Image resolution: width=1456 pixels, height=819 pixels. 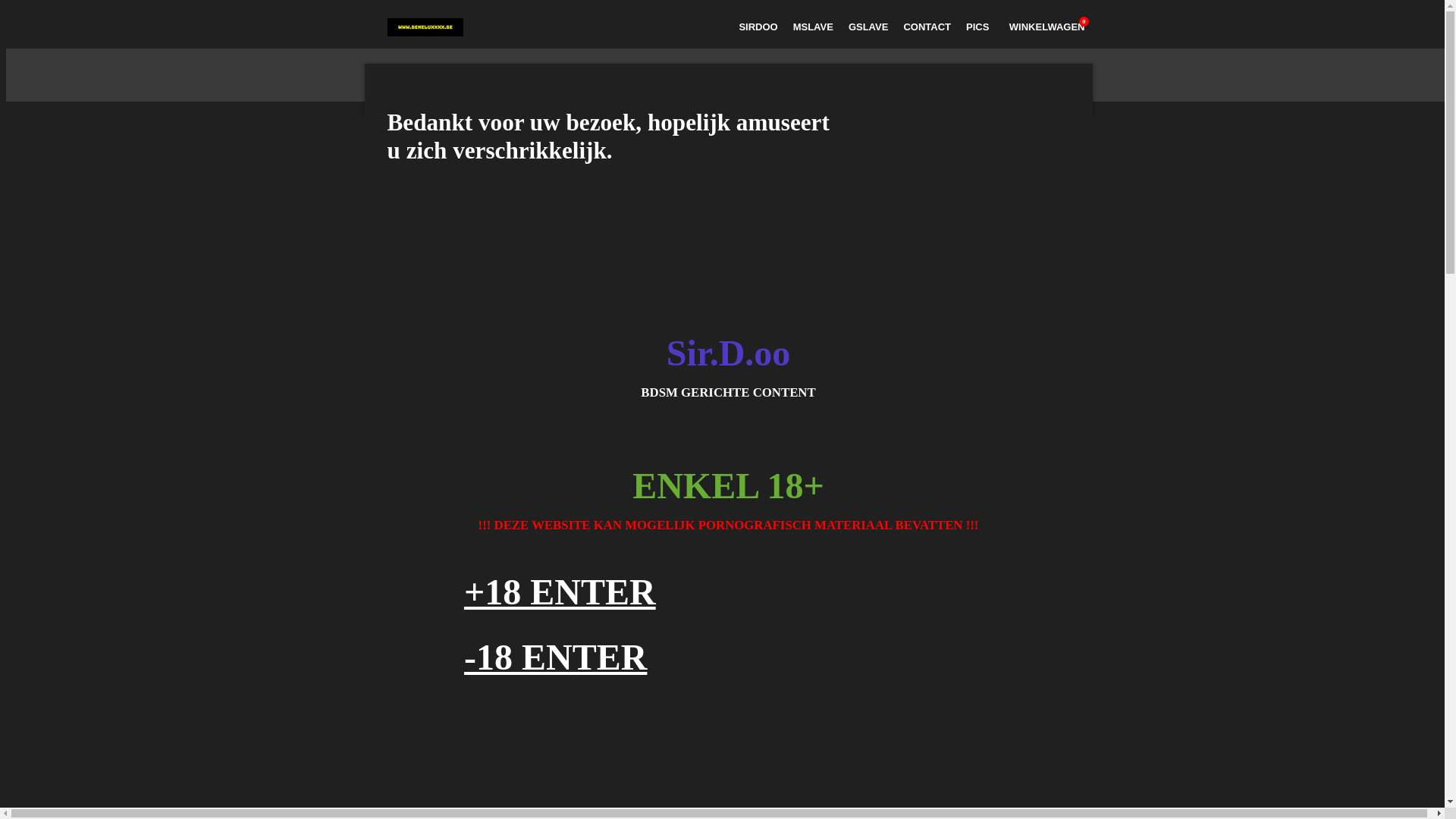 What do you see at coordinates (977, 27) in the screenshot?
I see `'PICS'` at bounding box center [977, 27].